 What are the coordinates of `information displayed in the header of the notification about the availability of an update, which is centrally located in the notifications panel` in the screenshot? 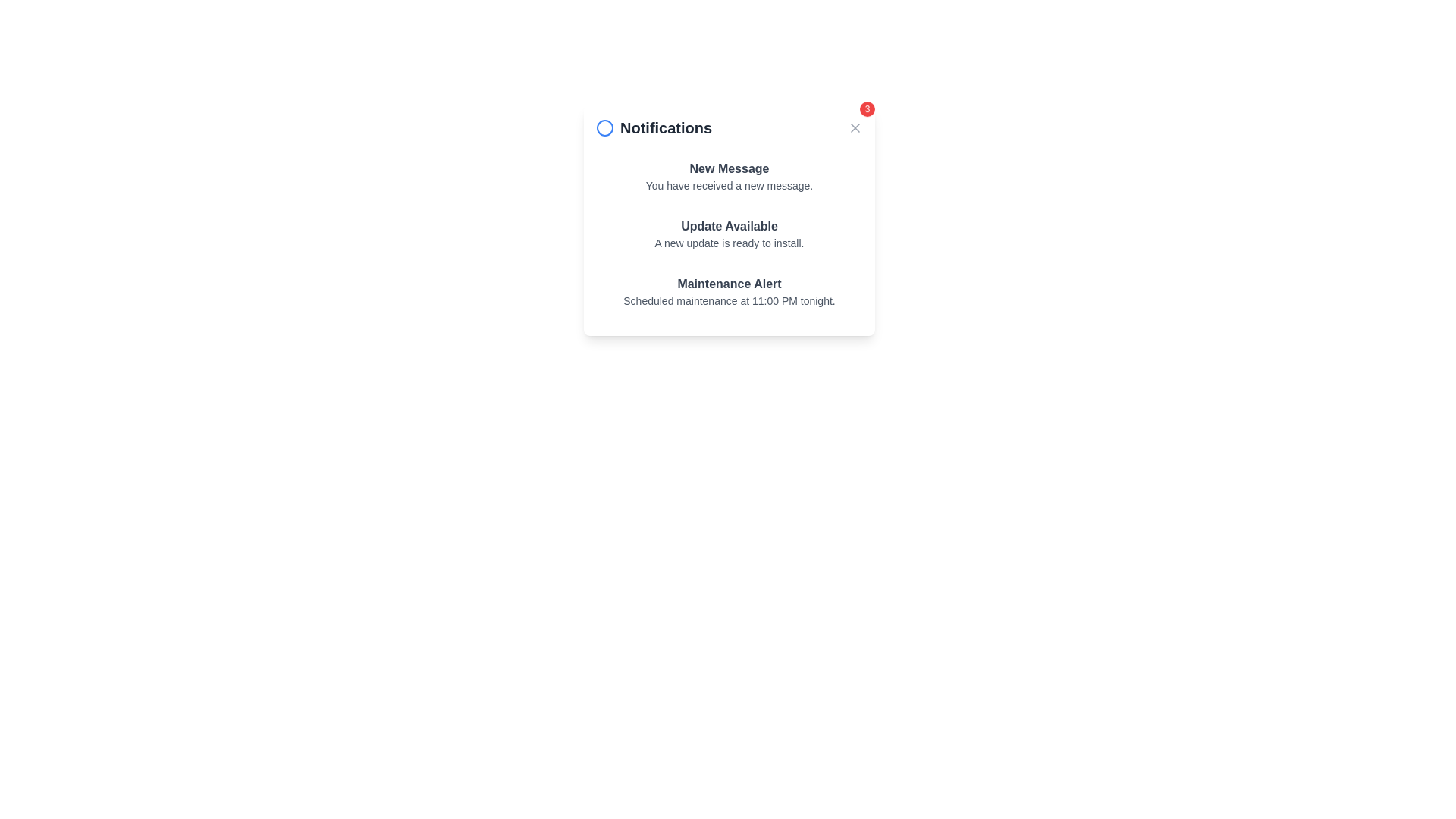 It's located at (729, 226).